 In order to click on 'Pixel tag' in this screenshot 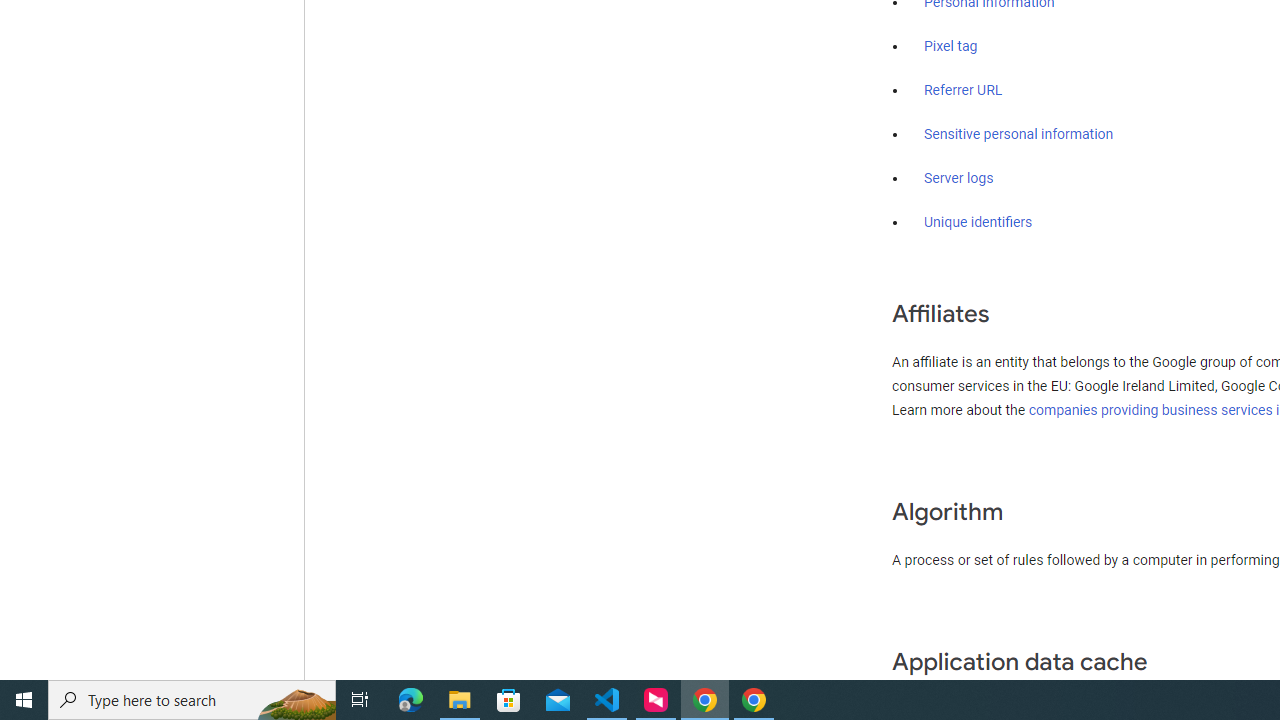, I will do `click(950, 46)`.